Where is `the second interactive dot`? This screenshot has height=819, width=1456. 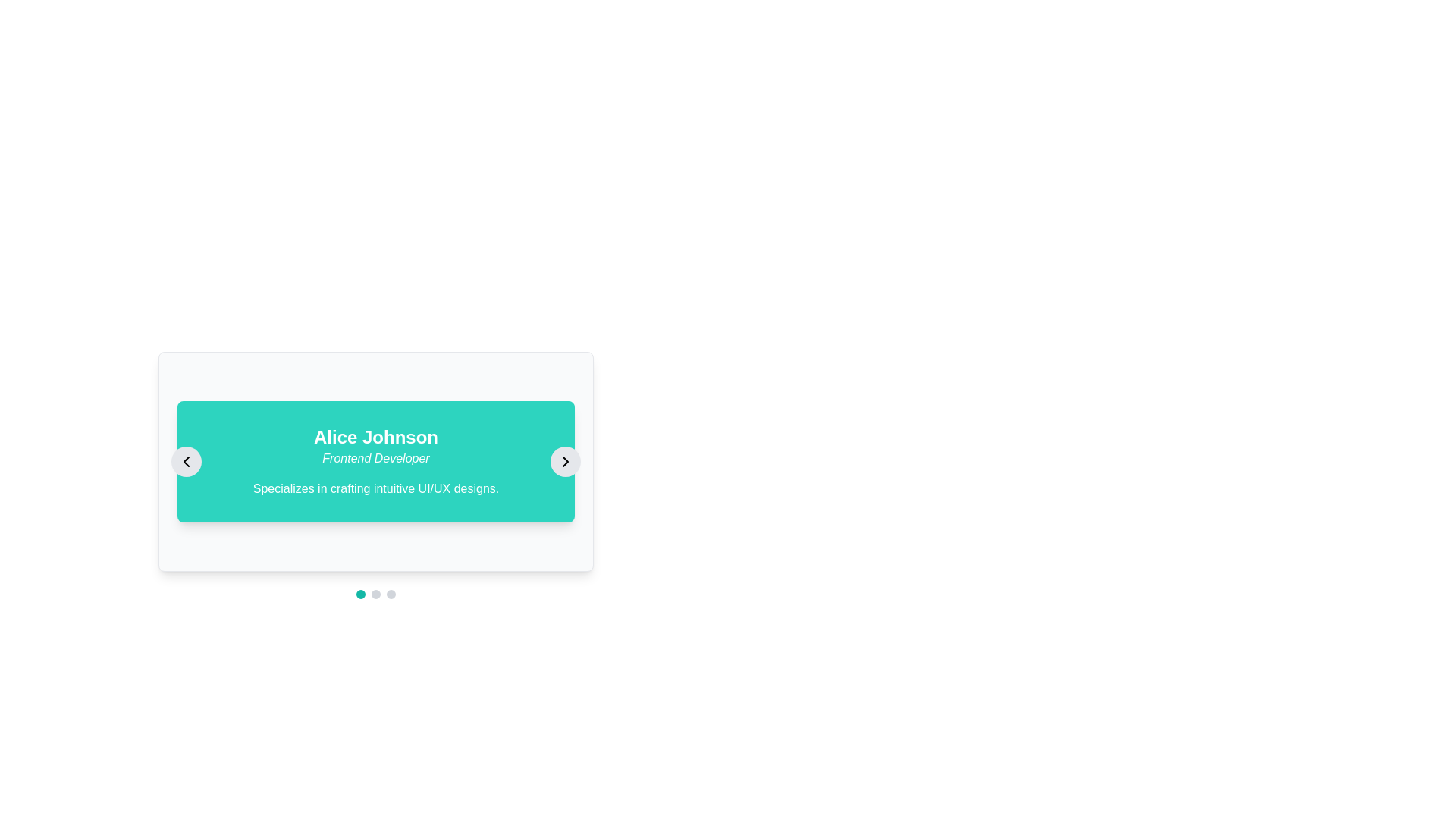 the second interactive dot is located at coordinates (375, 593).